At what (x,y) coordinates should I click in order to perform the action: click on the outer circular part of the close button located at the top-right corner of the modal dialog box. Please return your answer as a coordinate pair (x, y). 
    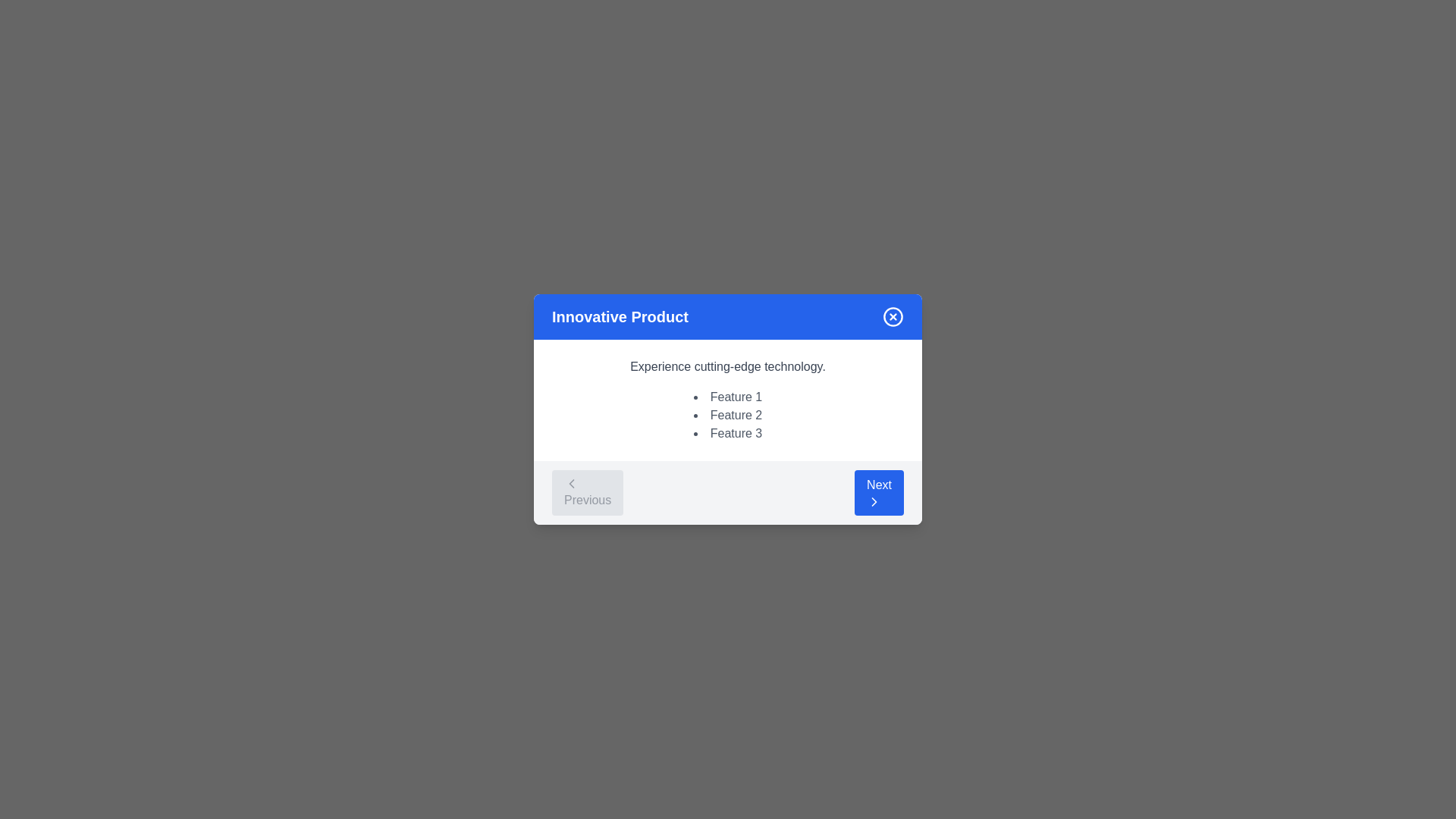
    Looking at the image, I should click on (893, 315).